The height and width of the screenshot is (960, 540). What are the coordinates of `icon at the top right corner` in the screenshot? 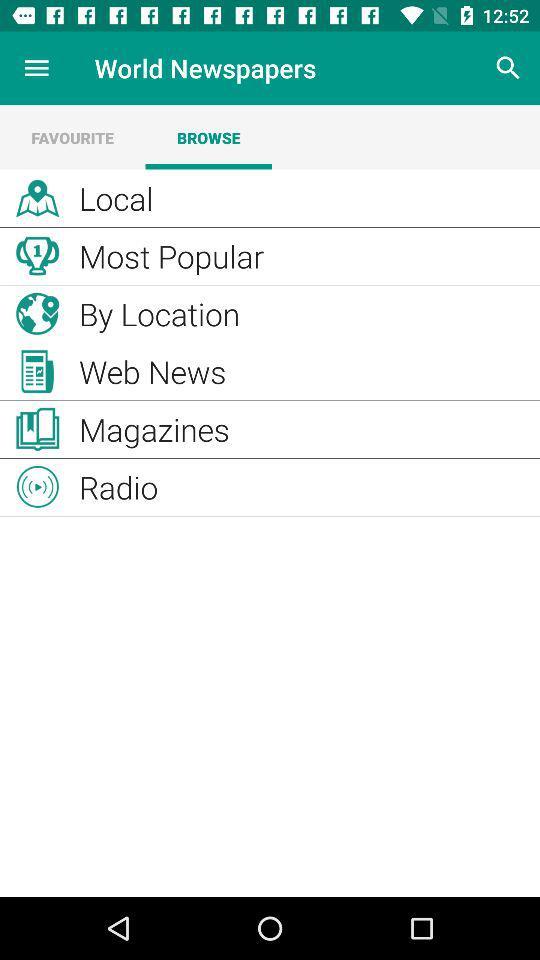 It's located at (508, 68).